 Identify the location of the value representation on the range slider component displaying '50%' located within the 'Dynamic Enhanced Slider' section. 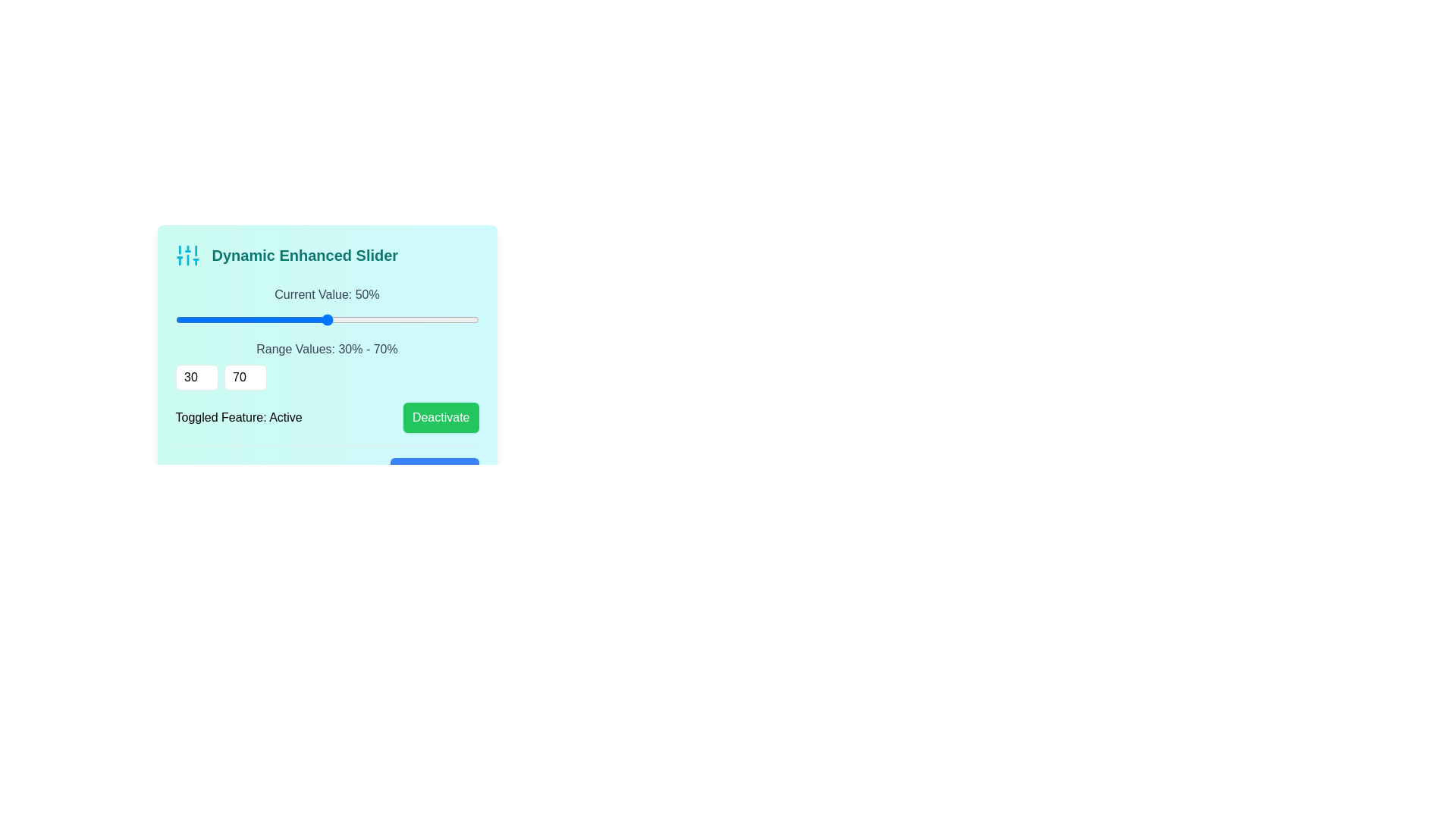
(326, 307).